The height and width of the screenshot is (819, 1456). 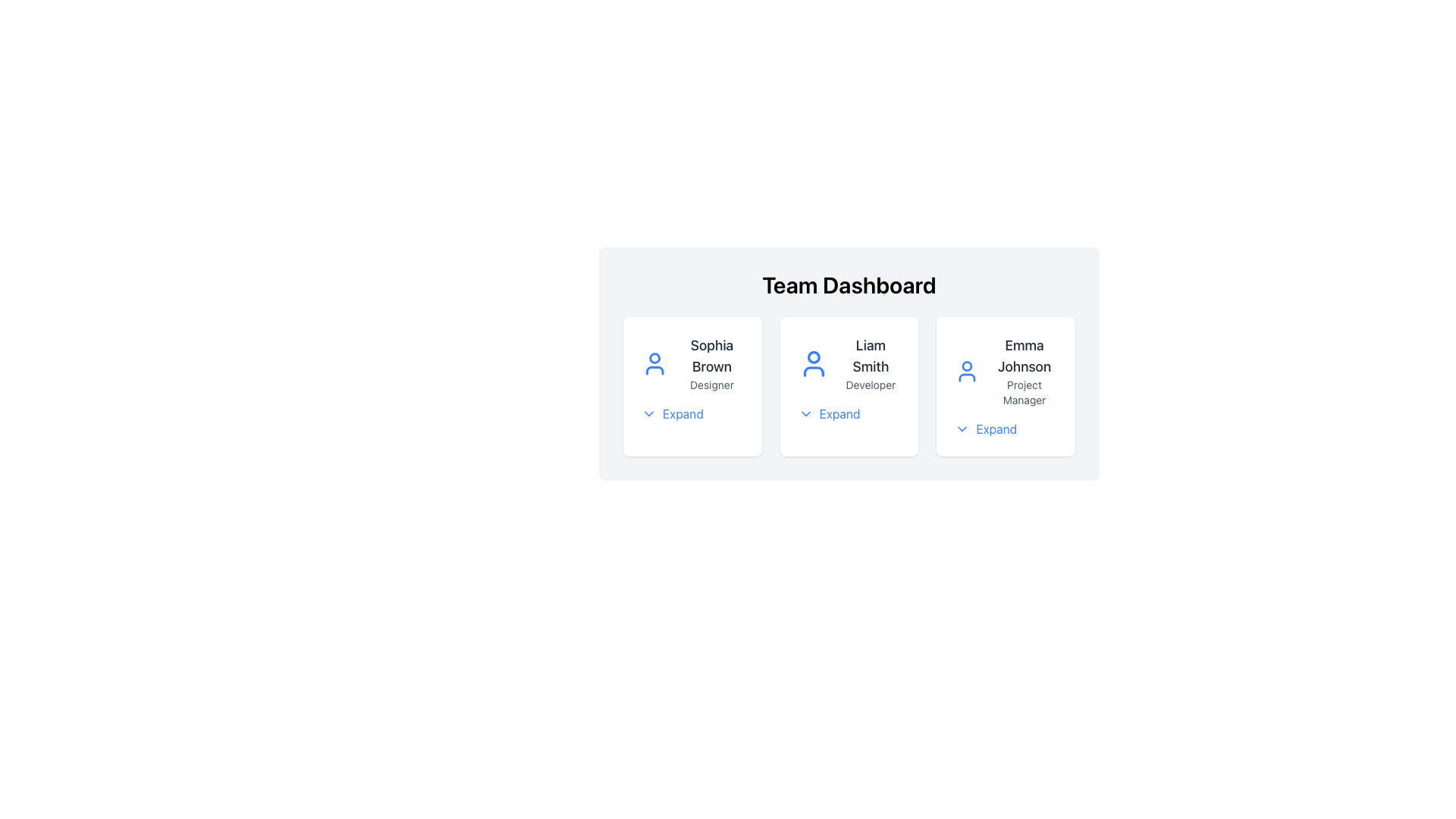 I want to click on the curved line segment of the user profile icon located above the 'Emma Johnson' text box in the 'Team Dashboard' interface, so click(x=966, y=377).